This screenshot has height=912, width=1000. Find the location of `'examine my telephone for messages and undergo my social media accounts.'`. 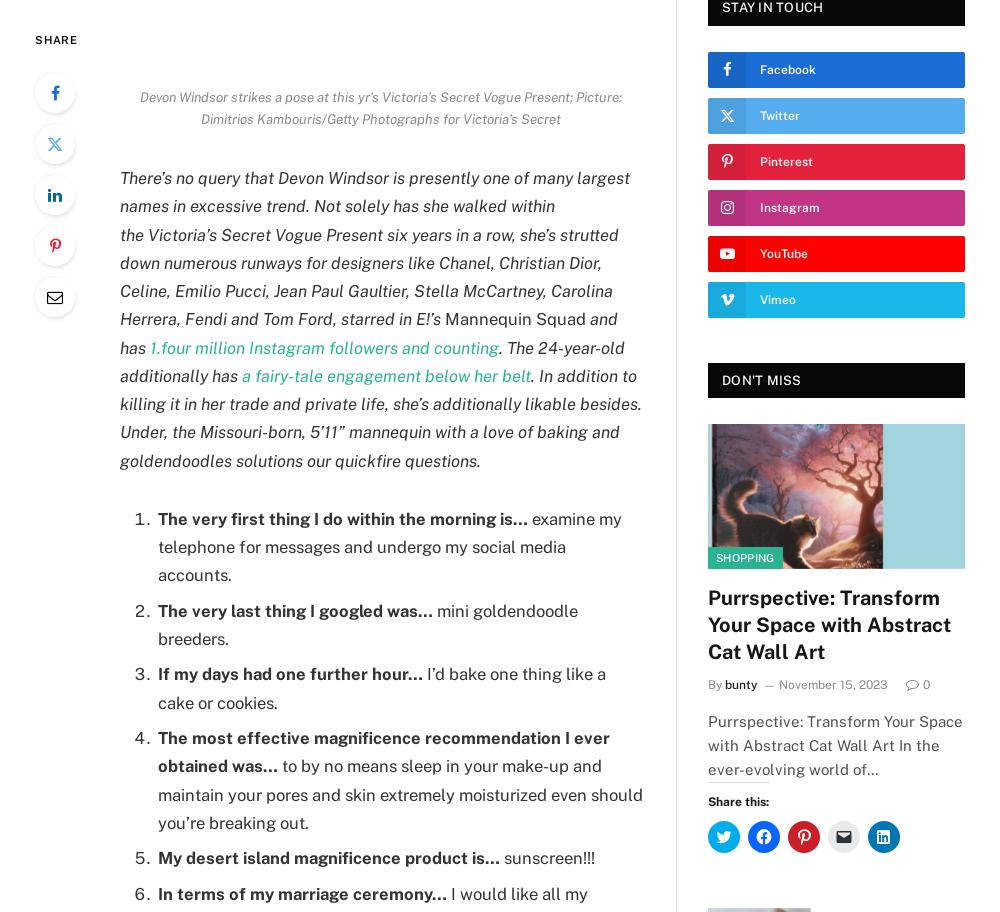

'examine my telephone for messages and undergo my social media accounts.' is located at coordinates (390, 546).